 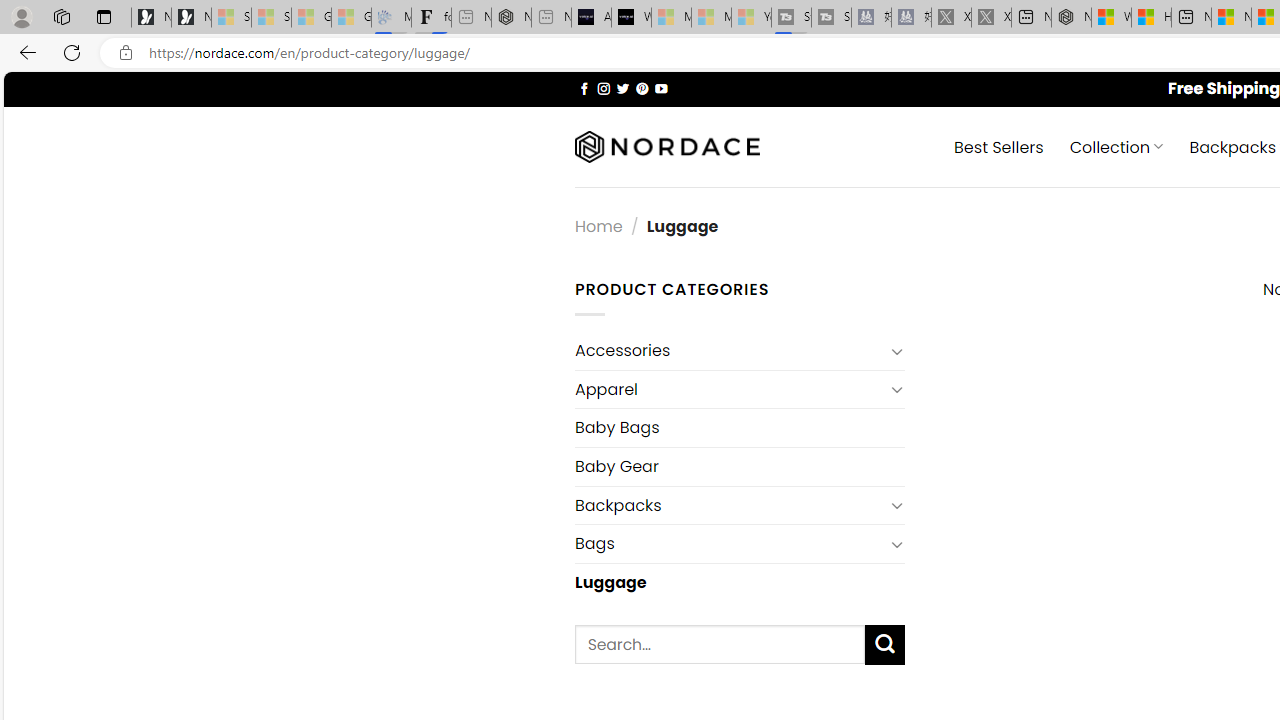 I want to click on 'Microsoft Start - Sleeping', so click(x=711, y=17).